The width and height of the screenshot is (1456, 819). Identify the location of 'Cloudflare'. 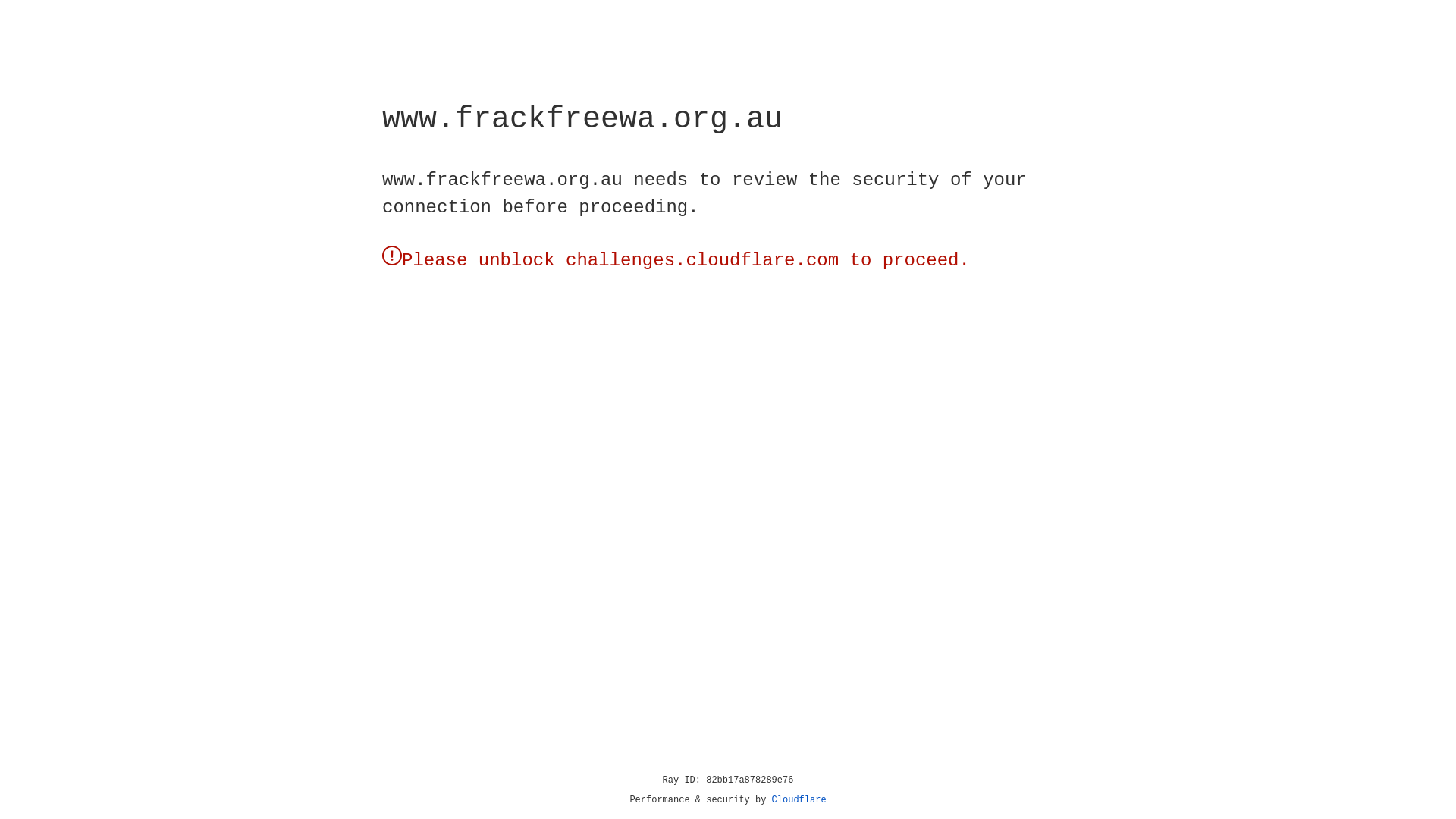
(799, 799).